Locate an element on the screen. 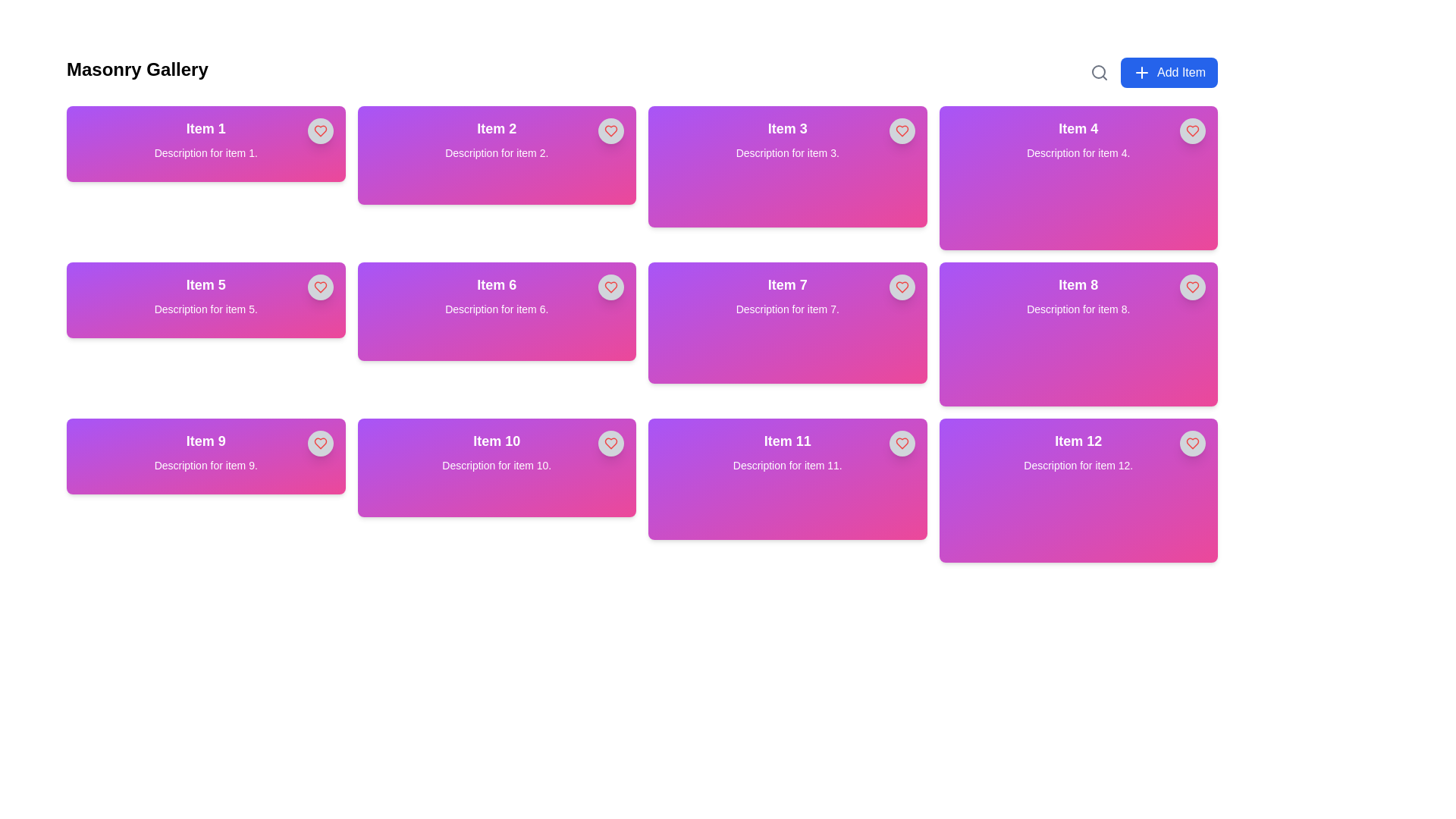 The height and width of the screenshot is (819, 1456). the heart icon button located at the top-right corner of the card labeled 'Item 6', which serves to like or favorite the card item is located at coordinates (611, 287).